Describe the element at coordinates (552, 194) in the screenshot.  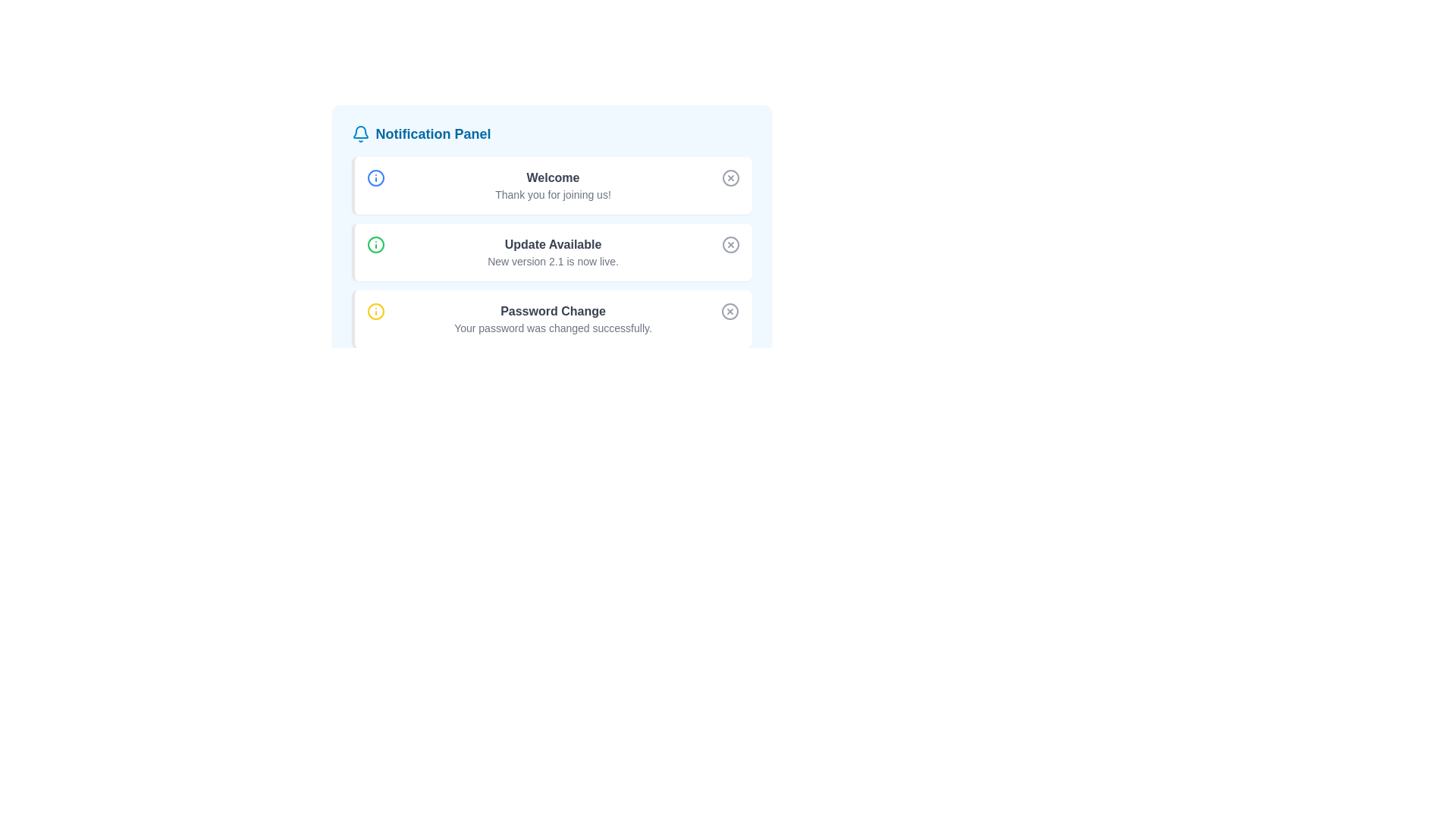
I see `the TextLabel element located below the 'Welcome' notification in the Notification Panel` at that location.